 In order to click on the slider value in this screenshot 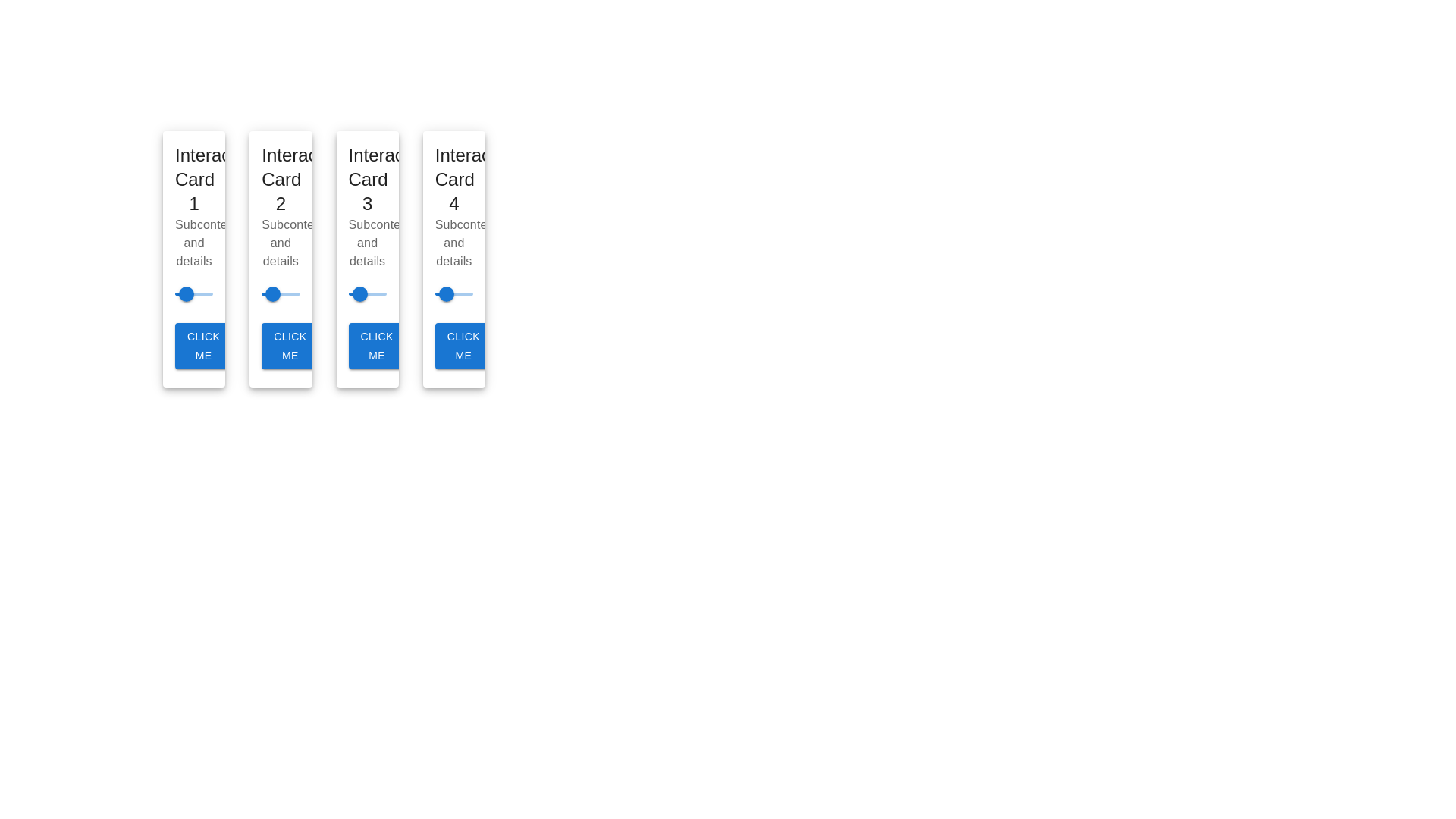, I will do `click(182, 294)`.